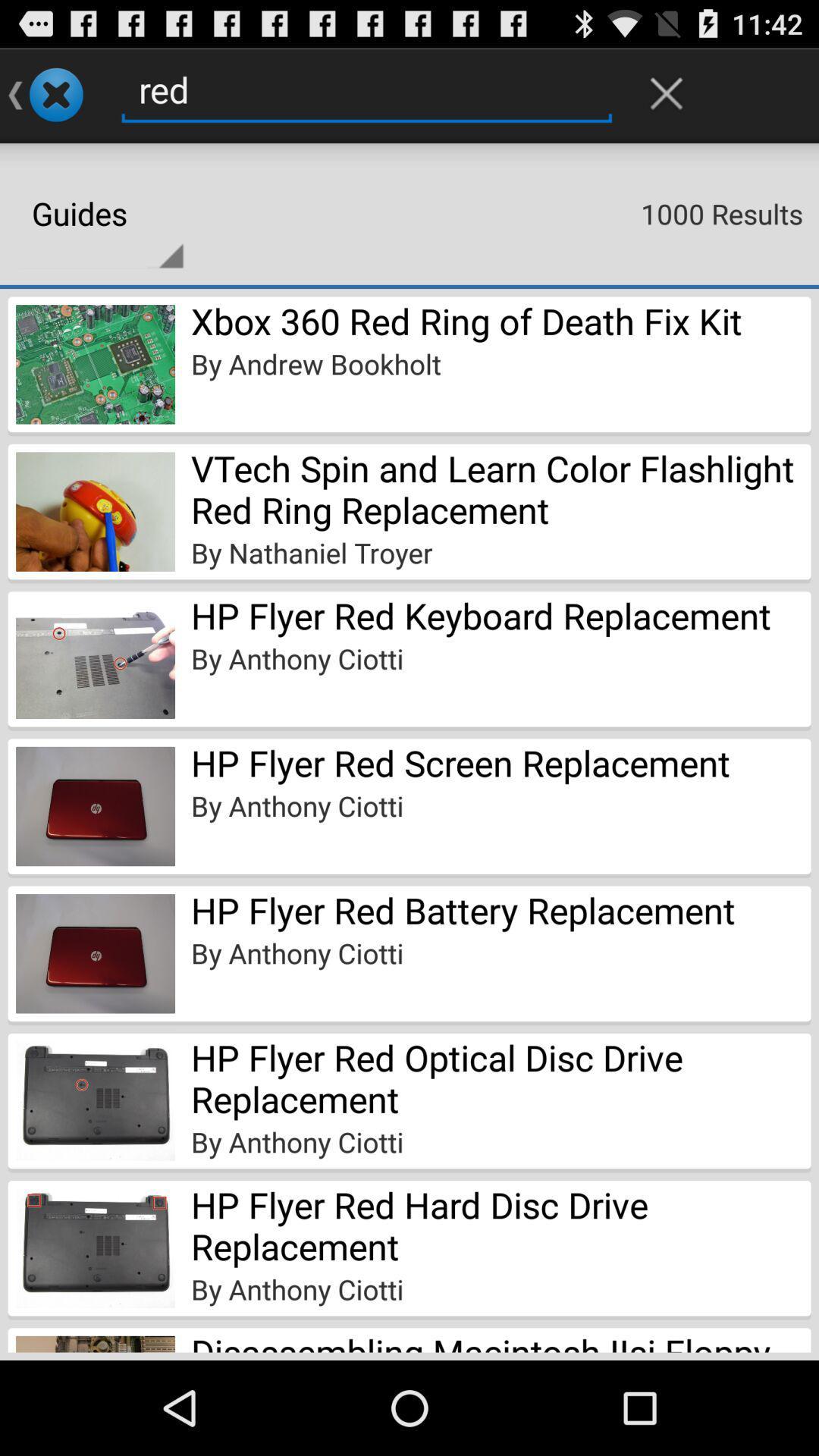  I want to click on the disassembling macintosh iisi app, so click(500, 1340).